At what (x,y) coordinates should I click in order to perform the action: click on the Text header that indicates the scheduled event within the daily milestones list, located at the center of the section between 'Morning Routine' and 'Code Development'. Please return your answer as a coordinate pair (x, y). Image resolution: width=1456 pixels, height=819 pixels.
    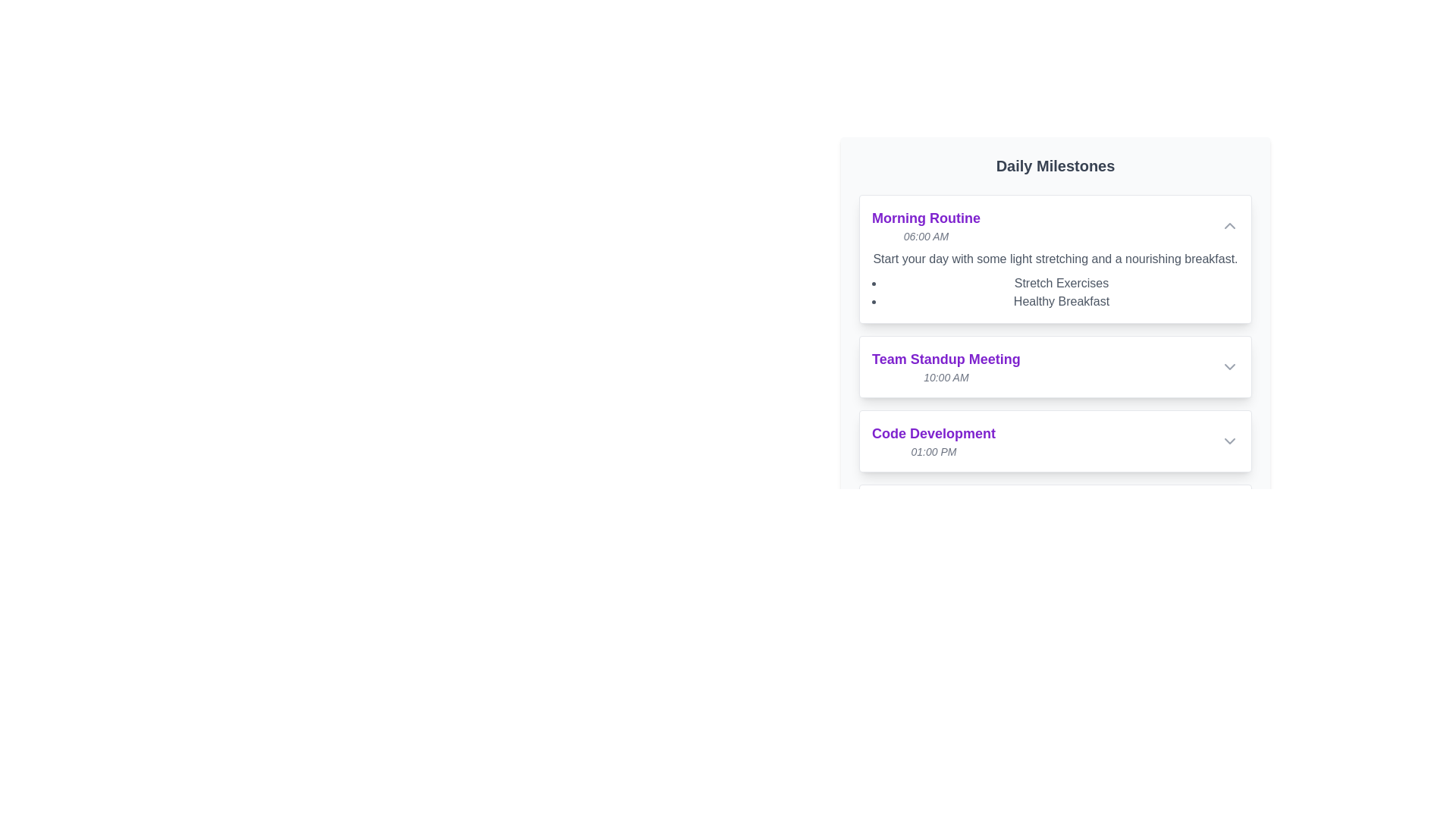
    Looking at the image, I should click on (945, 359).